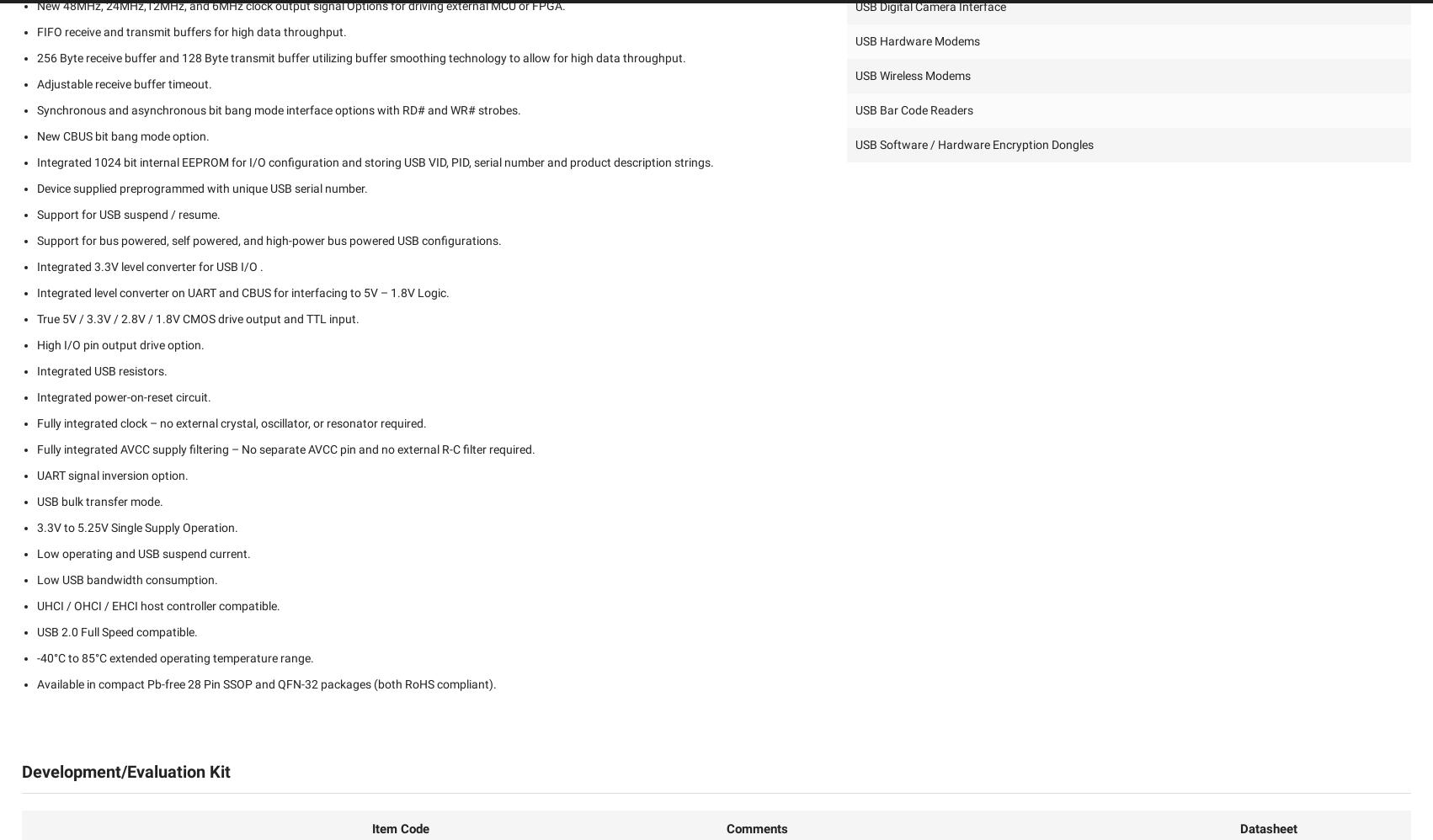 The height and width of the screenshot is (840, 1433). What do you see at coordinates (125, 771) in the screenshot?
I see `'Development/Evaluation Kit'` at bounding box center [125, 771].